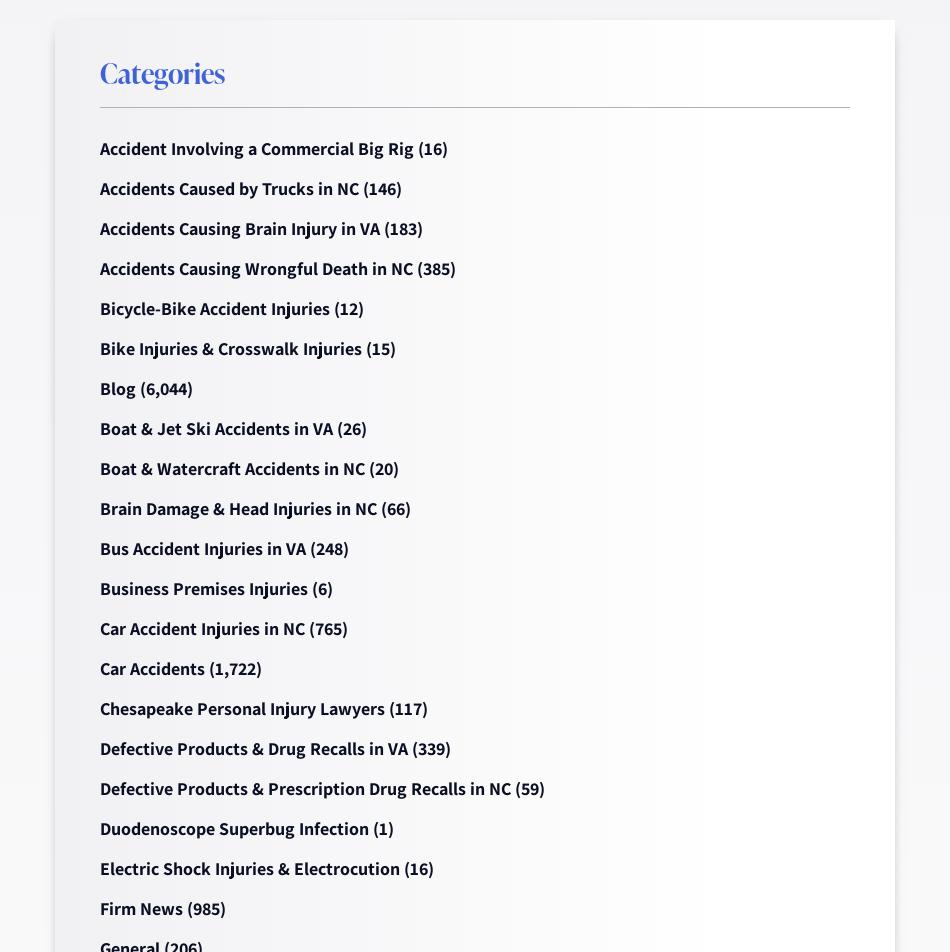  What do you see at coordinates (100, 868) in the screenshot?
I see `'Electric Shock Injuries & Electrocution'` at bounding box center [100, 868].